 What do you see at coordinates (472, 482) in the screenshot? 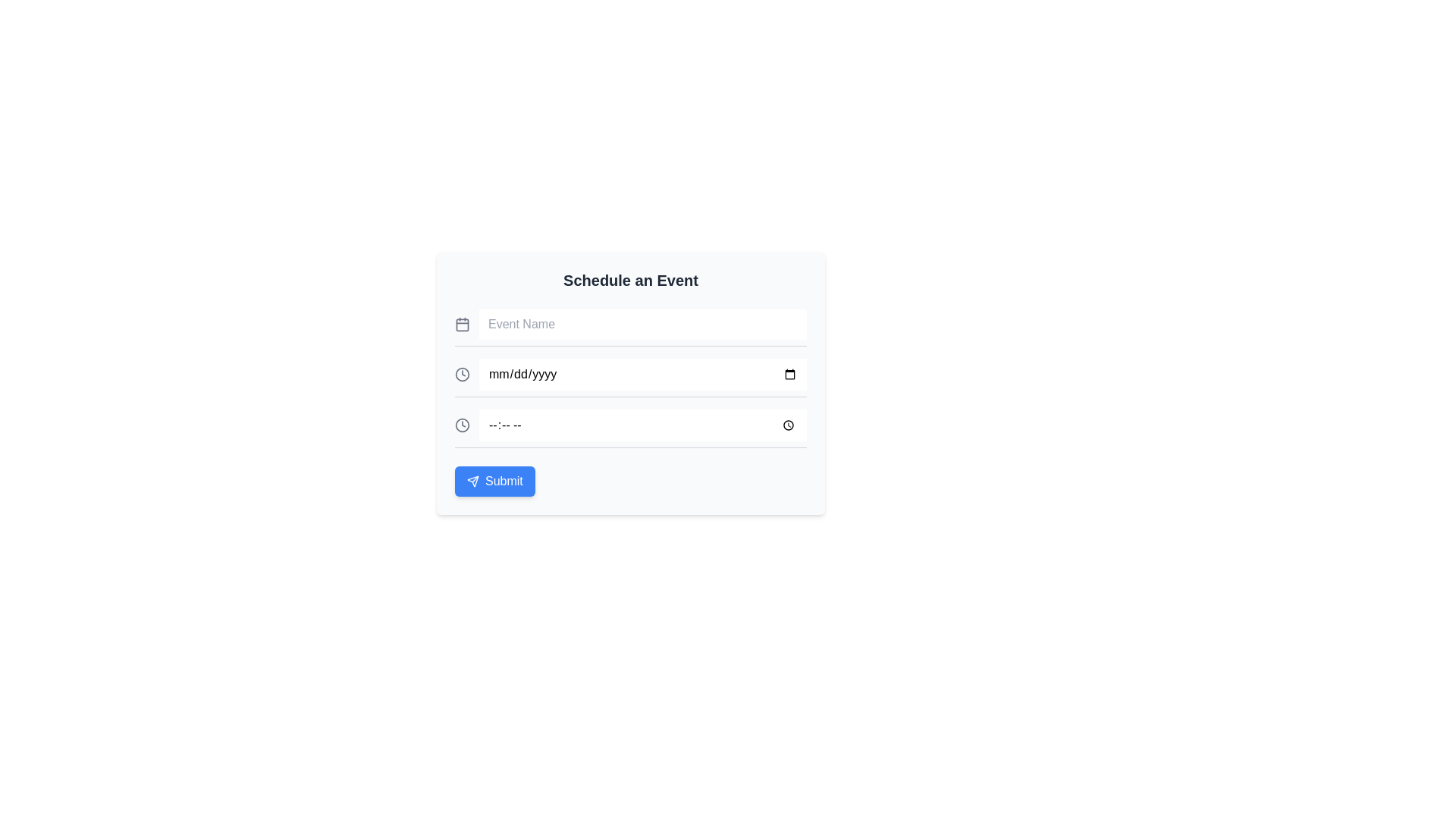
I see `the 'Submit' button which contains a small triangular icon resembling a paper plane, located at the bottom of the form` at bounding box center [472, 482].